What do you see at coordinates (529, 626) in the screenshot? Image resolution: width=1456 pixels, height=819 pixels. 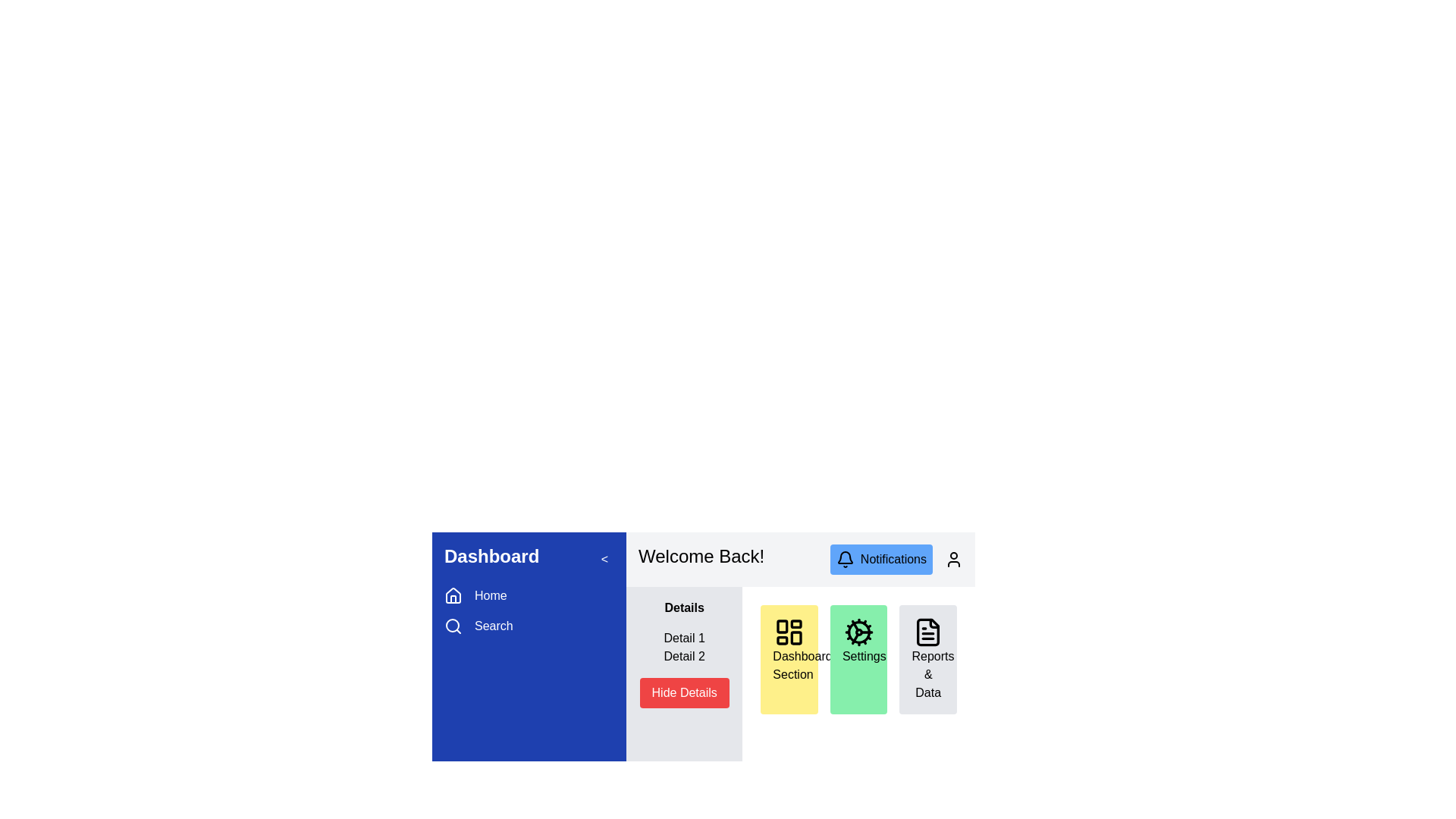 I see `the Navigation button displaying a search icon and the text 'Search' in white on a blue background, located in the left-side navigation bar below the 'Home' labeled element` at bounding box center [529, 626].